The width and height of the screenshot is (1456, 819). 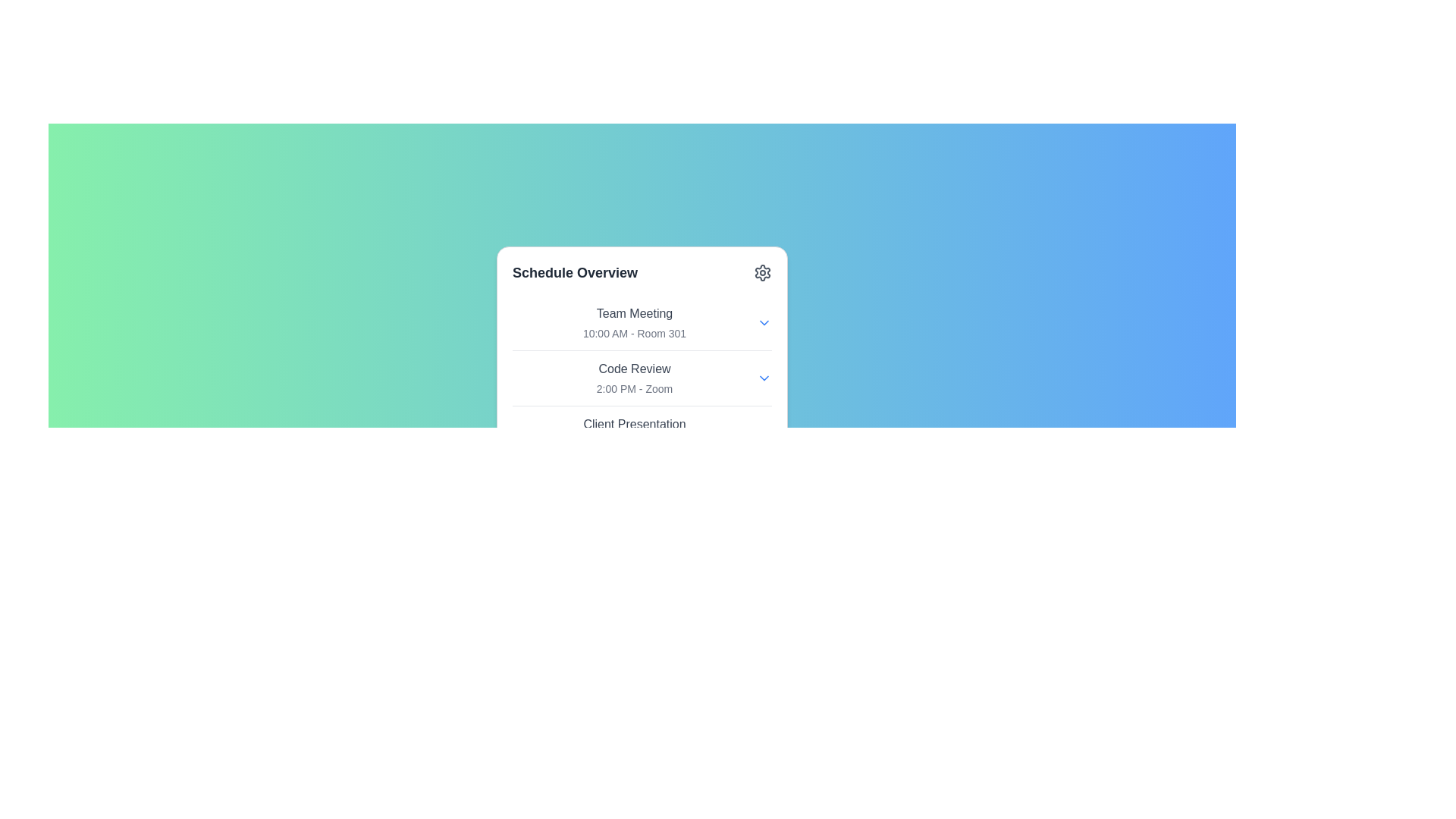 I want to click on the topmost list item representing the scheduled meeting, so click(x=642, y=322).